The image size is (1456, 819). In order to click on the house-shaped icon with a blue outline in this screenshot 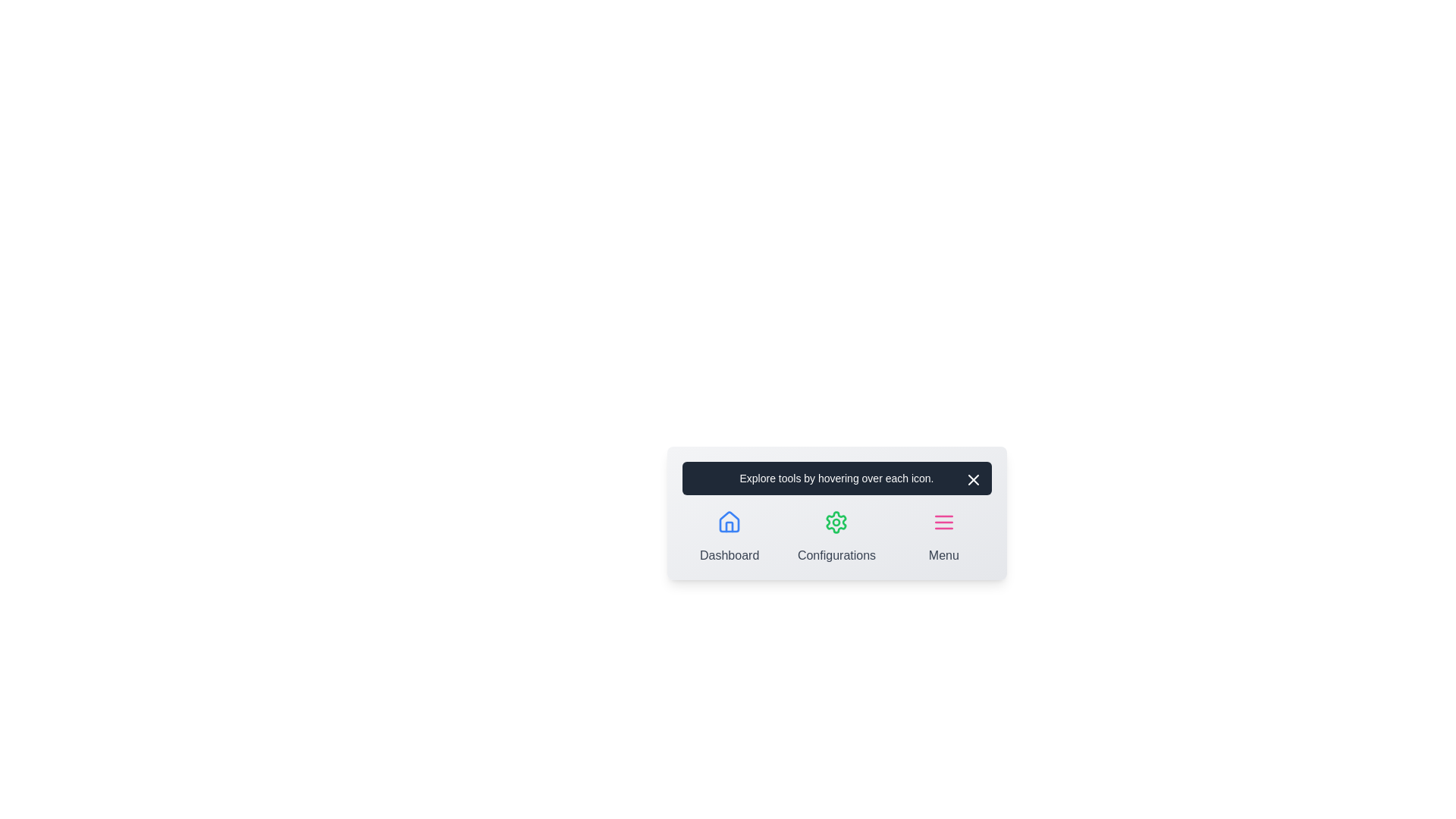, I will do `click(730, 521)`.